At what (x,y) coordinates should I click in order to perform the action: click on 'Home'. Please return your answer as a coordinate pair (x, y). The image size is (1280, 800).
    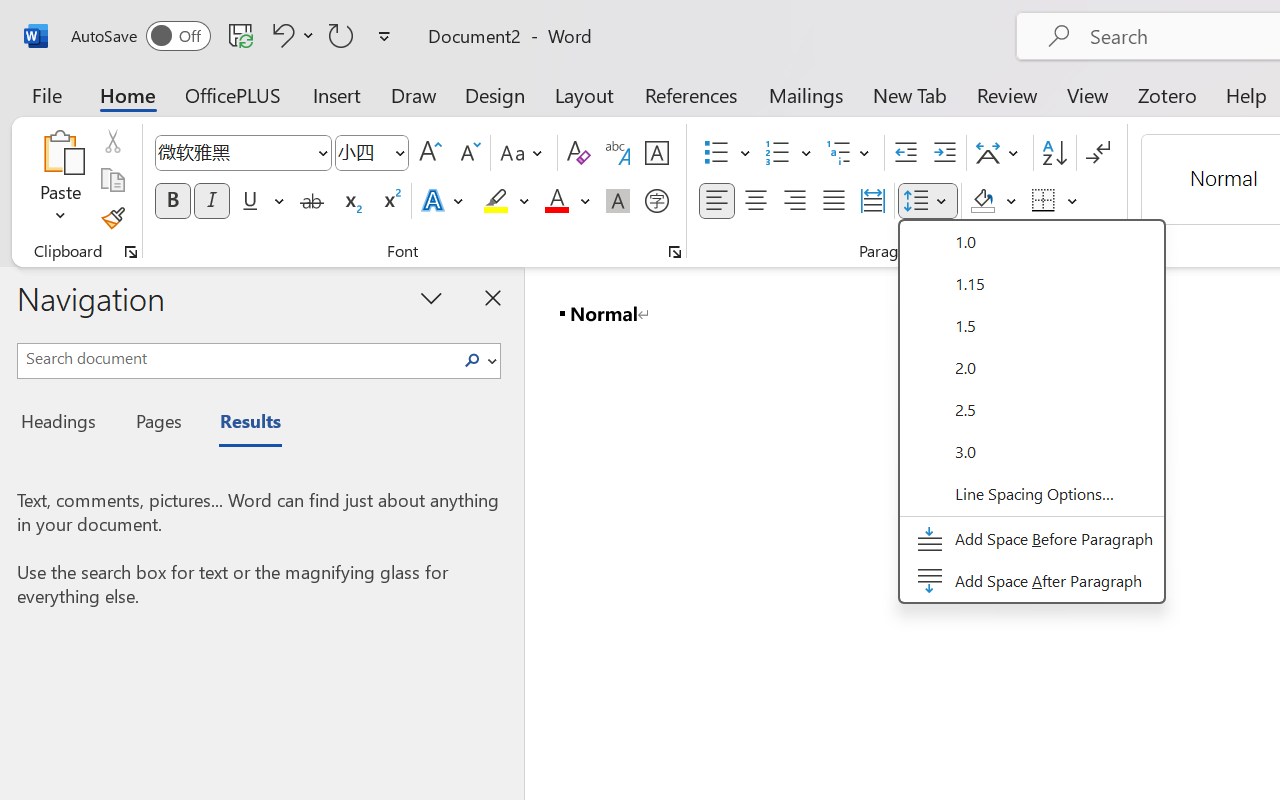
    Looking at the image, I should click on (127, 94).